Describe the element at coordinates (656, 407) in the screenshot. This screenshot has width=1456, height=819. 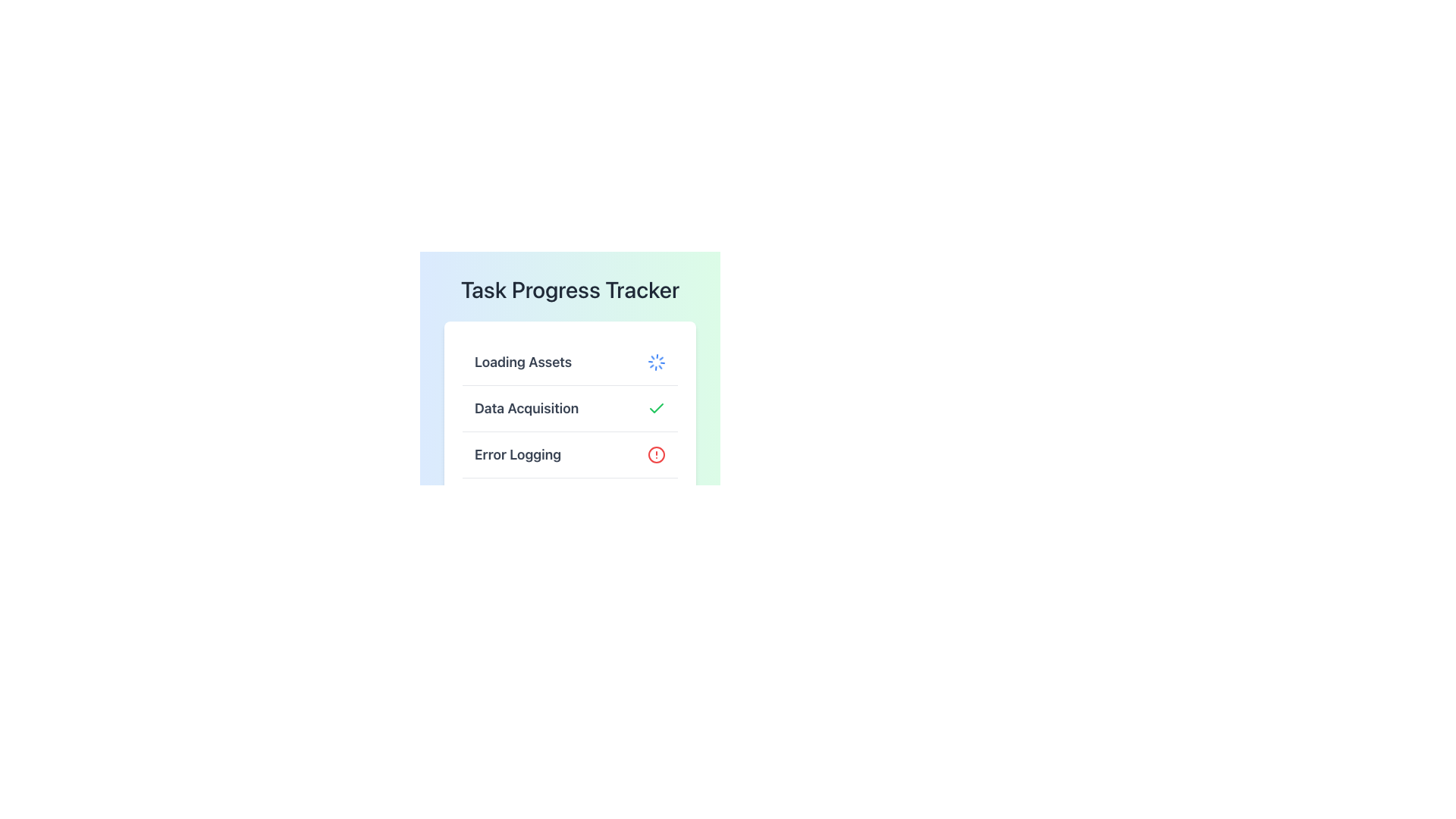
I see `the state of the green checkmark icon indicating successful completion in the 'Task Progress Tracker' interface, located to the right of the 'Data Acquisition' label` at that location.